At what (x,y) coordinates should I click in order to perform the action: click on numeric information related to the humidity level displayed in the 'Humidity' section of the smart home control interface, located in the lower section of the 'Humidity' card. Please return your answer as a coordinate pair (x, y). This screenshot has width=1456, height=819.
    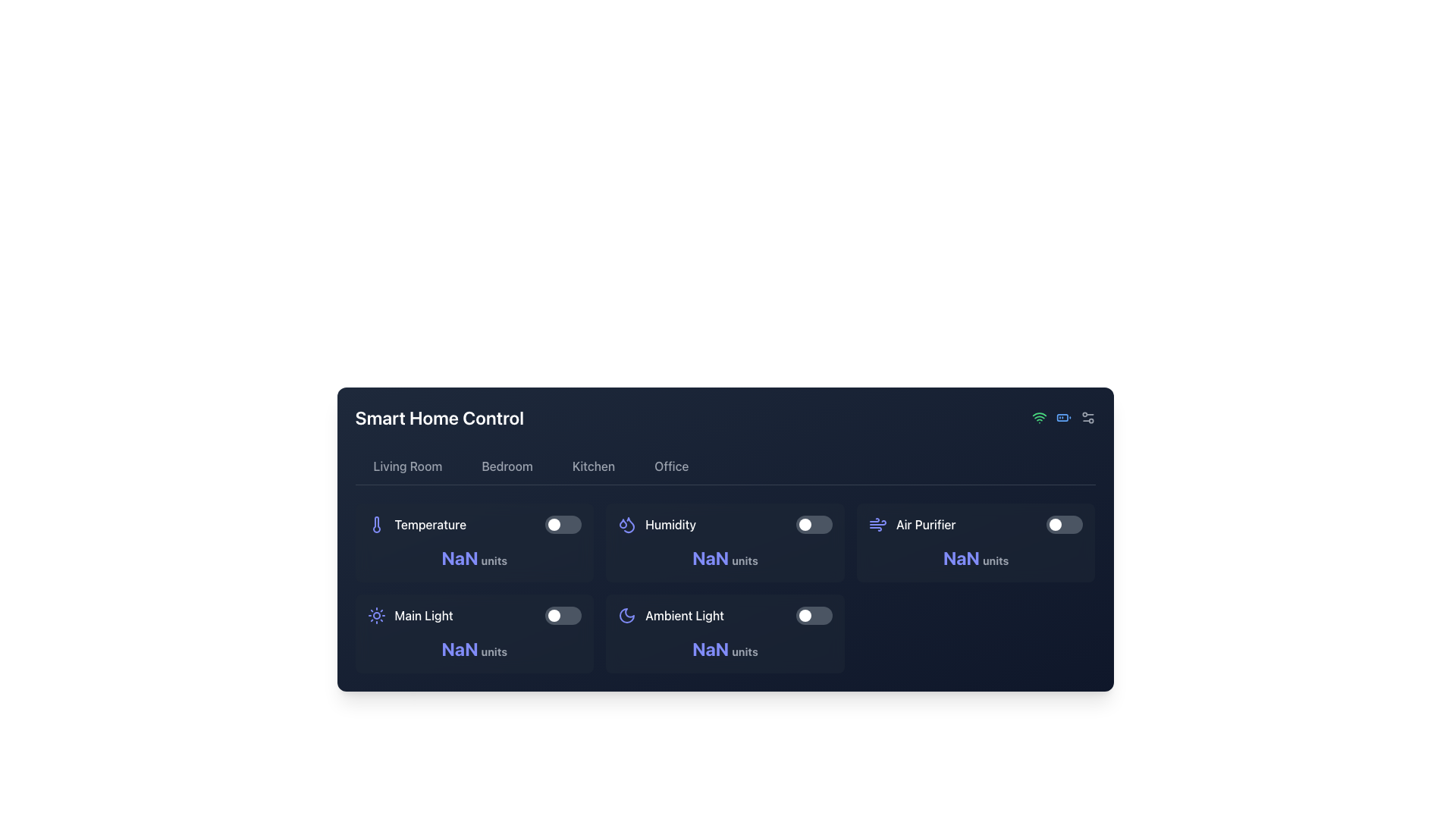
    Looking at the image, I should click on (724, 558).